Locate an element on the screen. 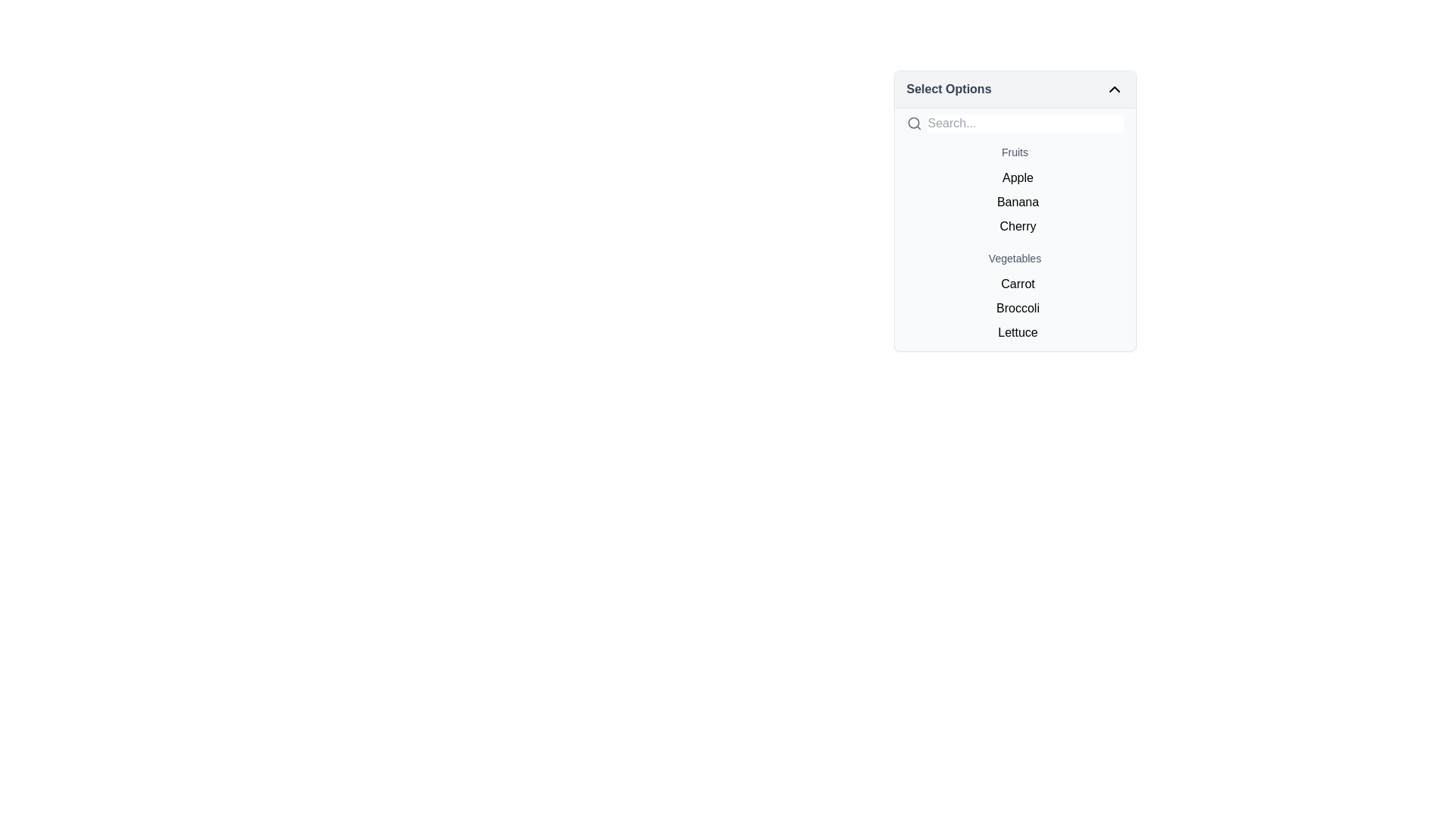  the 'Lettuce' option in the dropdown menu under the 'Vegetables' group is located at coordinates (1018, 332).